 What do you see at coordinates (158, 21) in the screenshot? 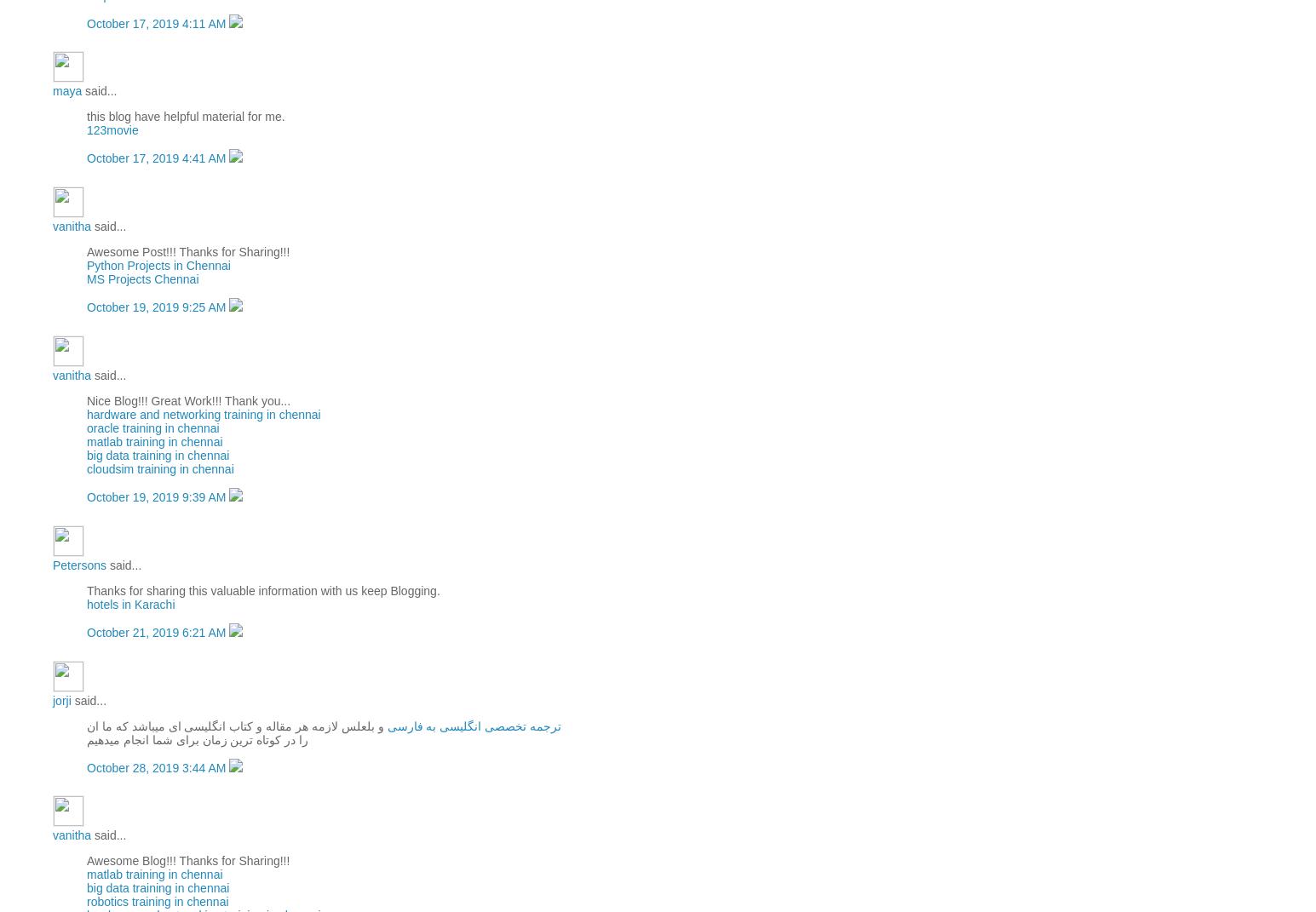
I see `'October 17, 2019 4:11 AM'` at bounding box center [158, 21].